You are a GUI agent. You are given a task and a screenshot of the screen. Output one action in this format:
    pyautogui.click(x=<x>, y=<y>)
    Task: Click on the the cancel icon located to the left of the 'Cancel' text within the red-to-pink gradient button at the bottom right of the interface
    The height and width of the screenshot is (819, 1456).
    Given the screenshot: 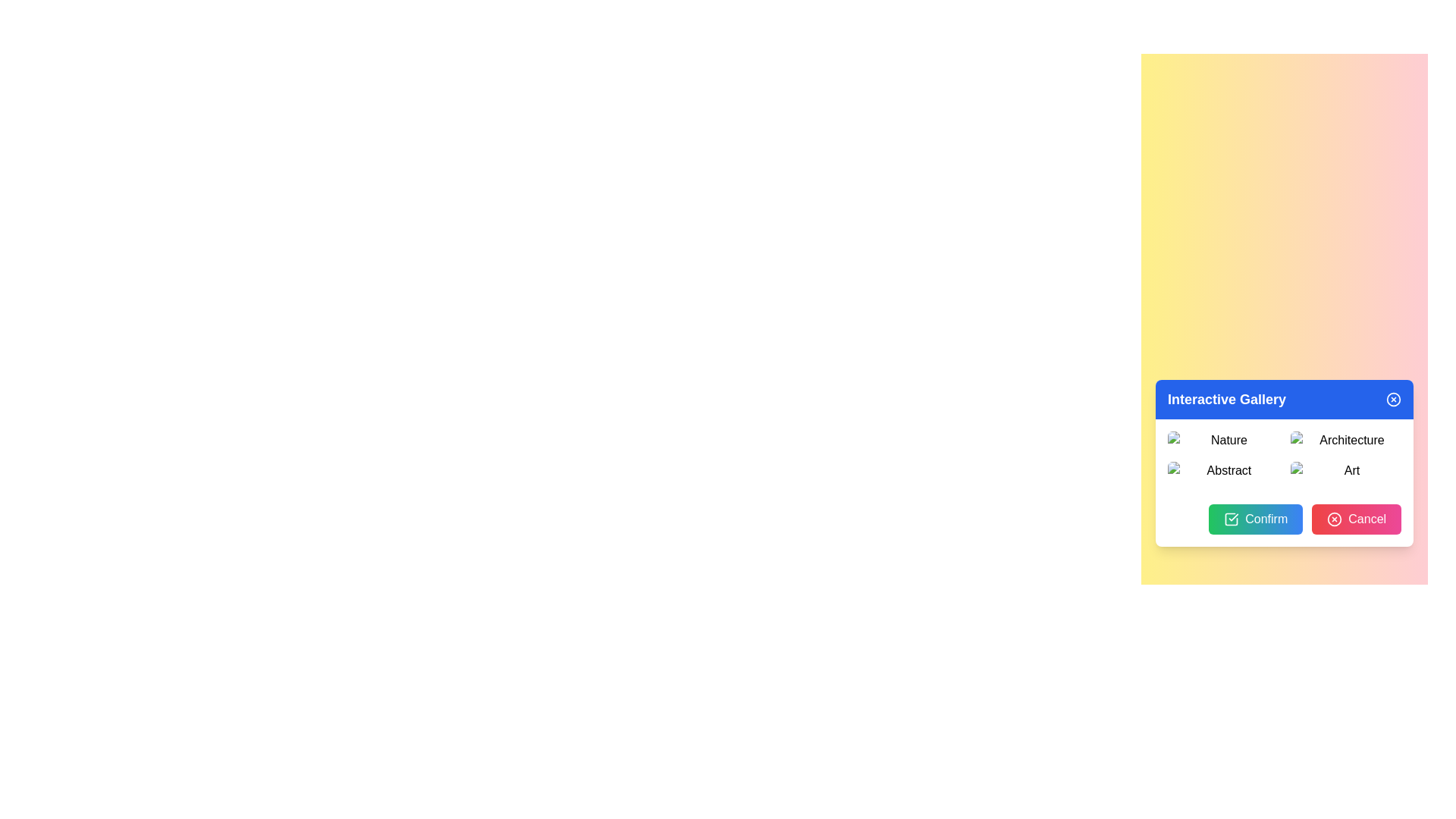 What is the action you would take?
    pyautogui.click(x=1335, y=519)
    